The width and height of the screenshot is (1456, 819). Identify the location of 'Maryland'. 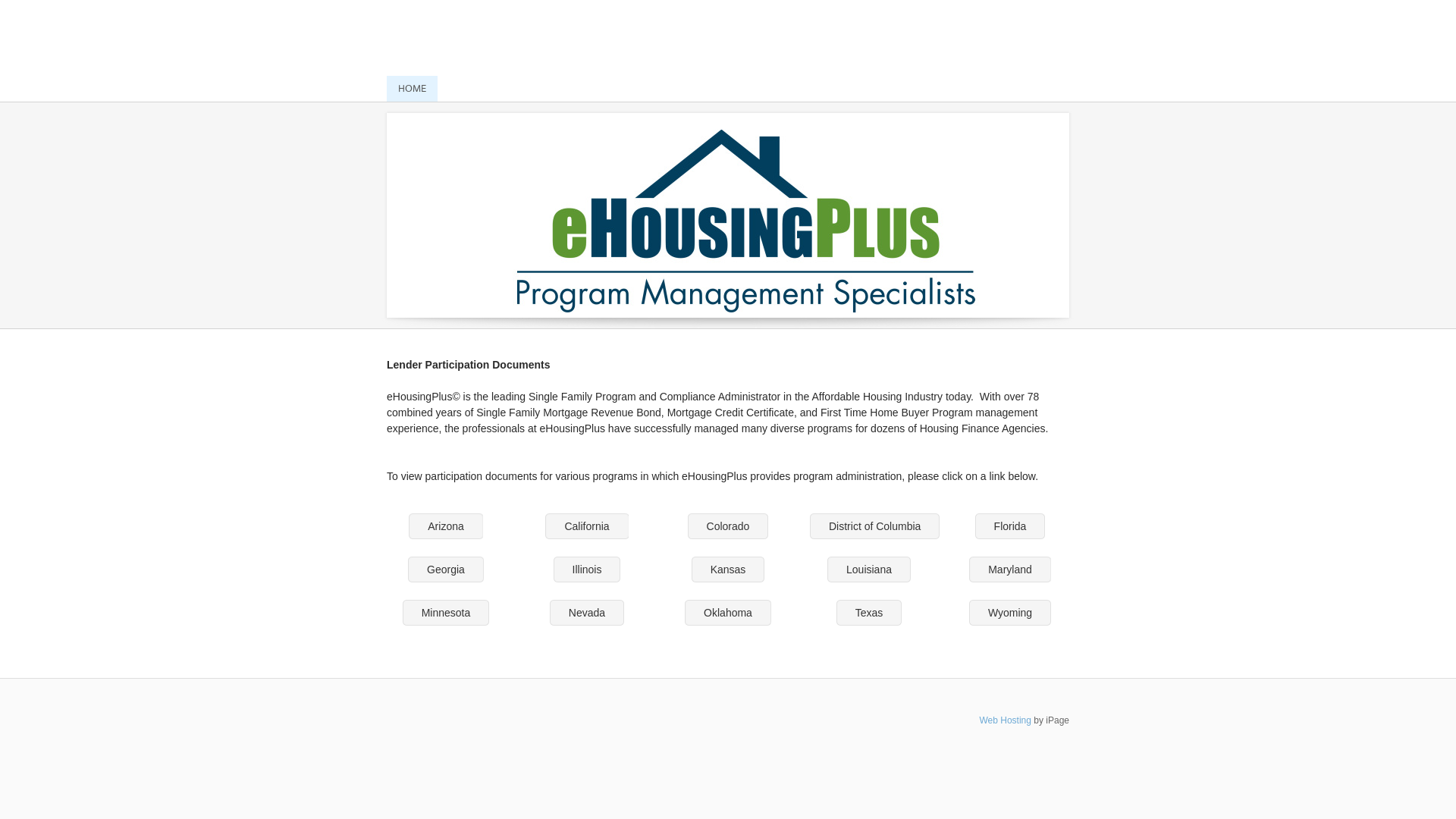
(1010, 570).